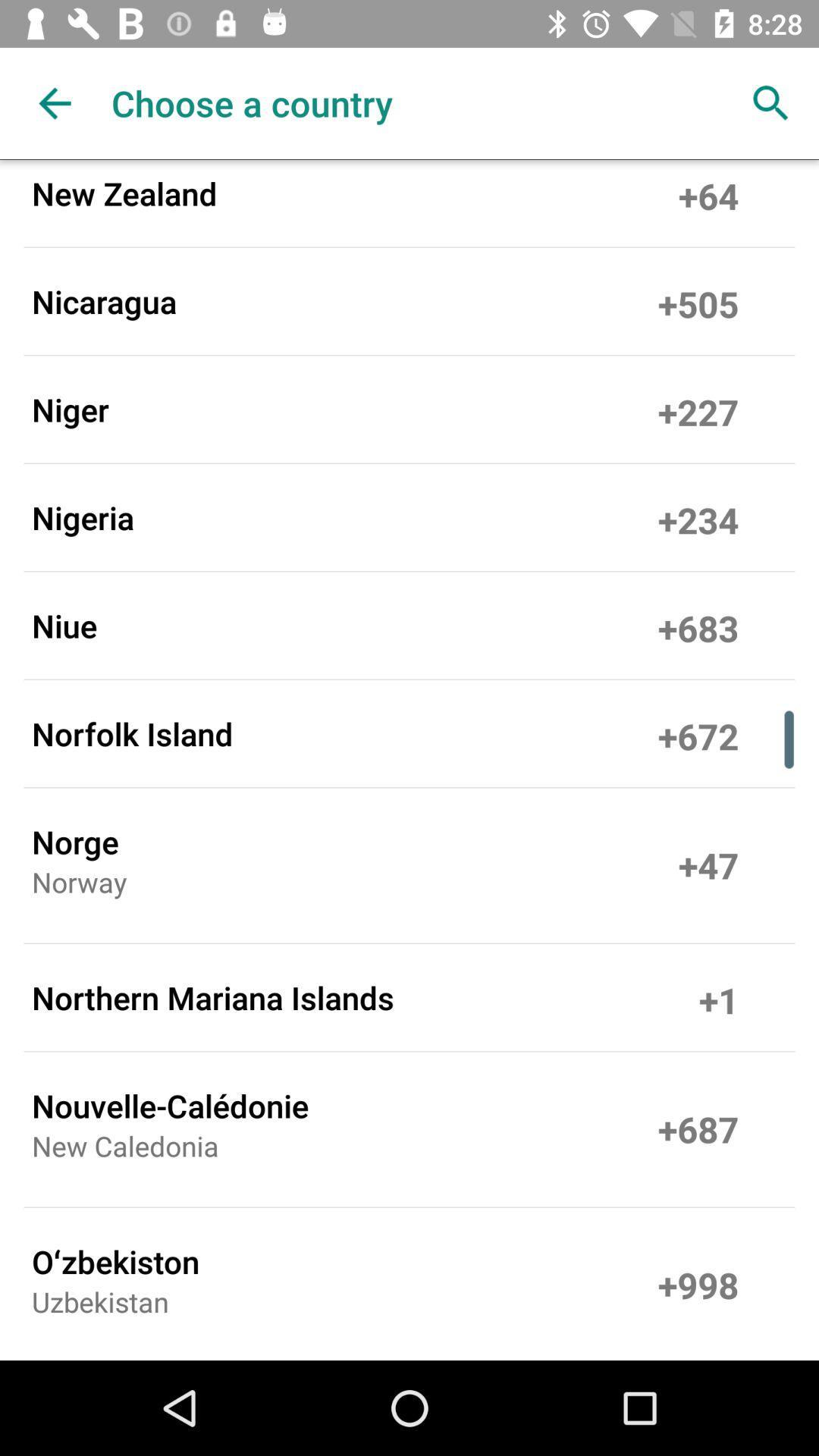 The height and width of the screenshot is (1456, 819). Describe the element at coordinates (124, 1150) in the screenshot. I see `the new caledonia item` at that location.